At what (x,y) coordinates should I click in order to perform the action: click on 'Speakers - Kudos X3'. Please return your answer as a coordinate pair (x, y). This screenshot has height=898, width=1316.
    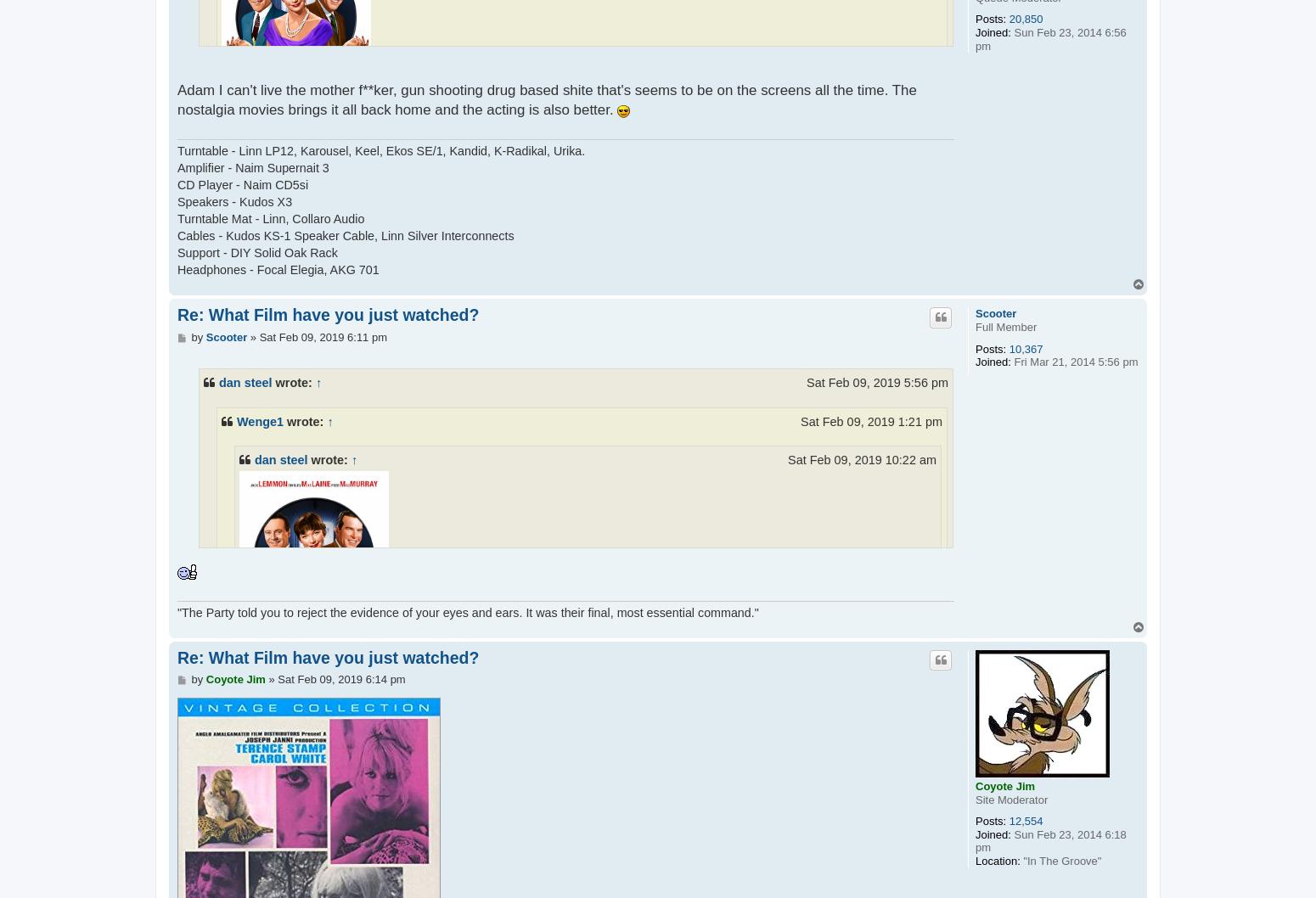
    Looking at the image, I should click on (234, 202).